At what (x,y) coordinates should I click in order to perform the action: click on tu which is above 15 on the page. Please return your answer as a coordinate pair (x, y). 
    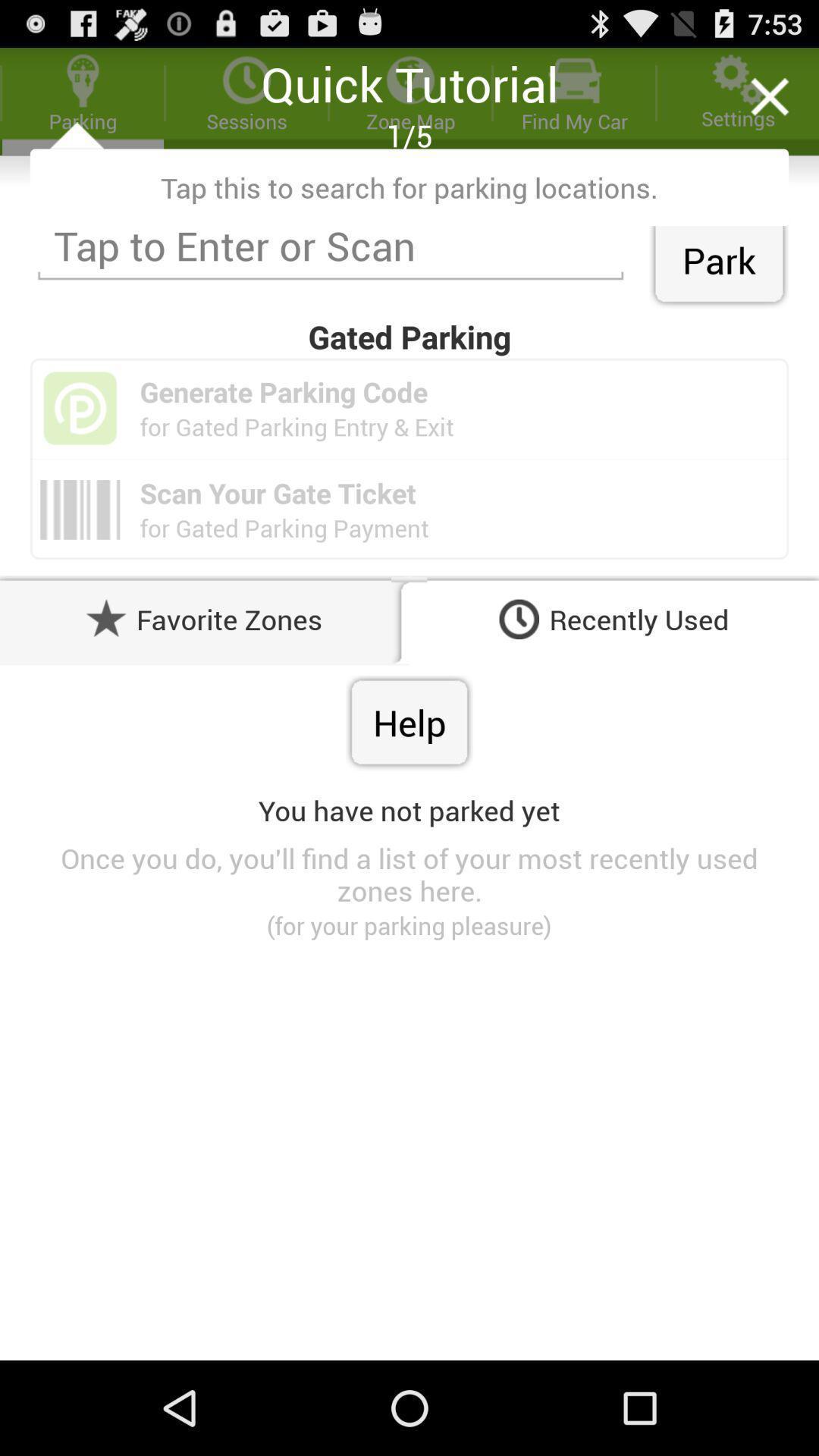
    Looking at the image, I should click on (410, 79).